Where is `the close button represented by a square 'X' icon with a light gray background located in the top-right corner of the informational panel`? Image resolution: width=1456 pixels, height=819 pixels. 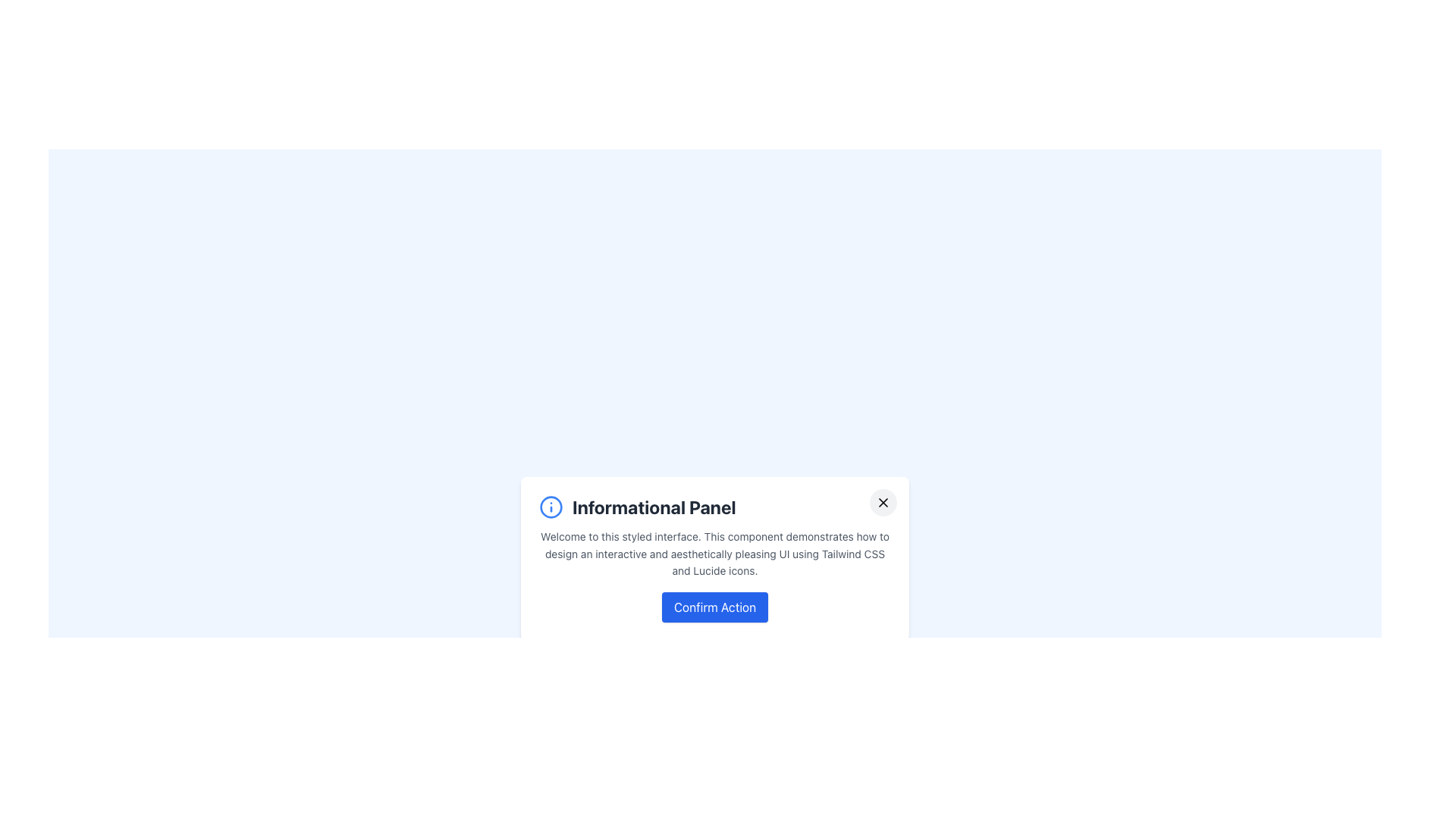 the close button represented by a square 'X' icon with a light gray background located in the top-right corner of the informational panel is located at coordinates (883, 502).